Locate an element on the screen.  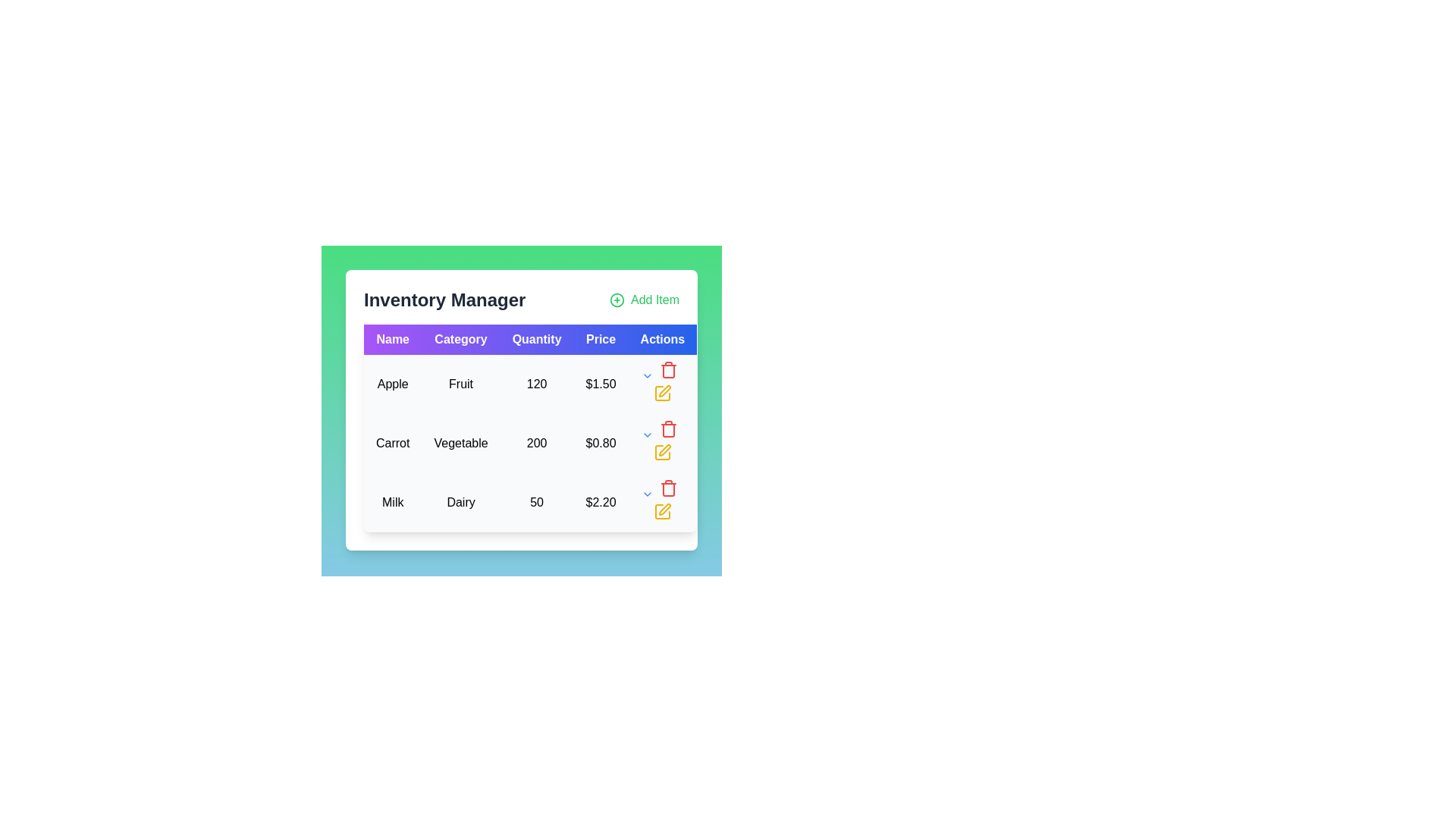
the square-shaped icon in the 'Actions' column of the third row next to the 'Milk' entry is located at coordinates (662, 393).